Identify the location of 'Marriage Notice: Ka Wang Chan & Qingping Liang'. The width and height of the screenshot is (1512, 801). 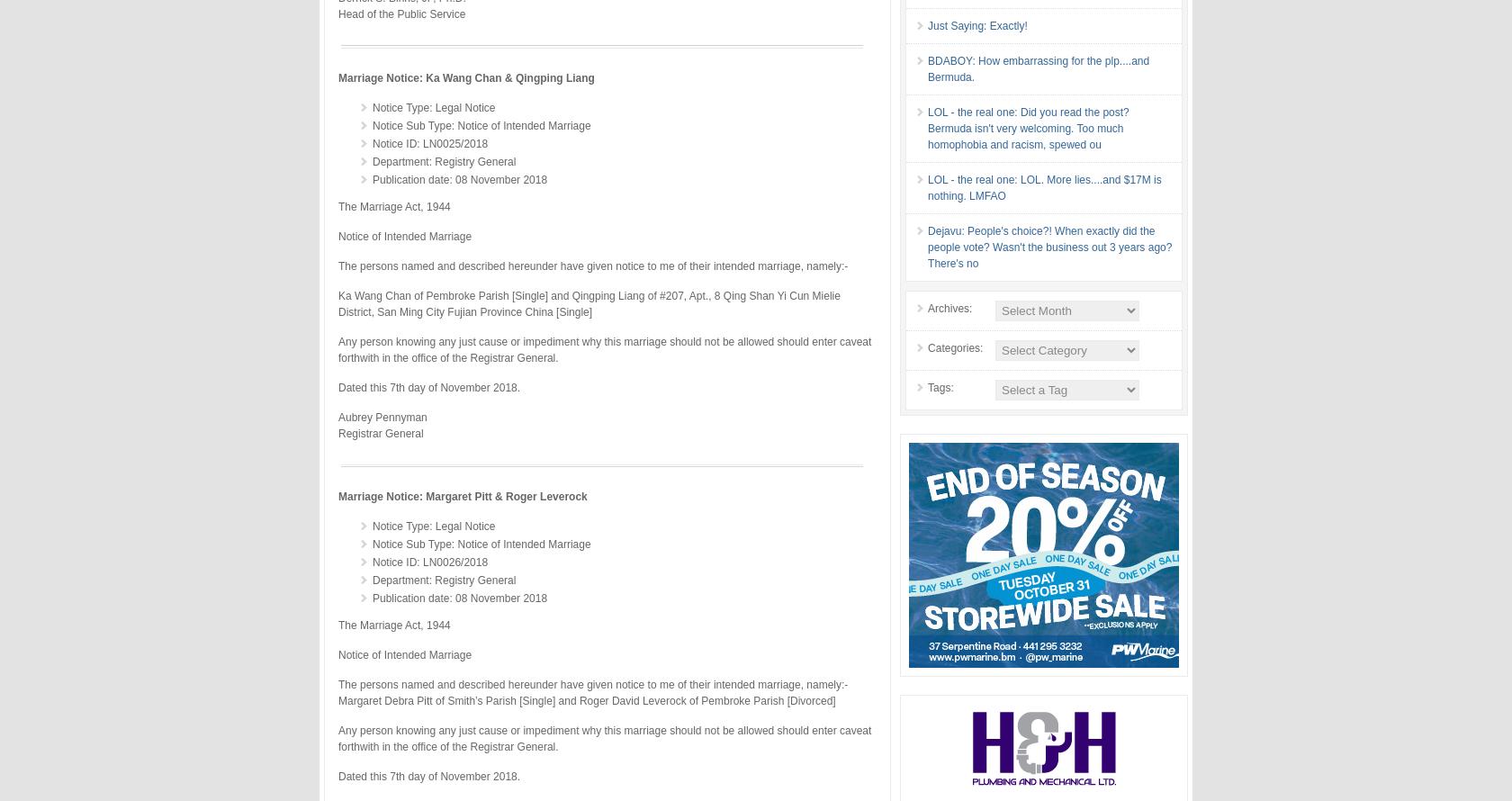
(465, 76).